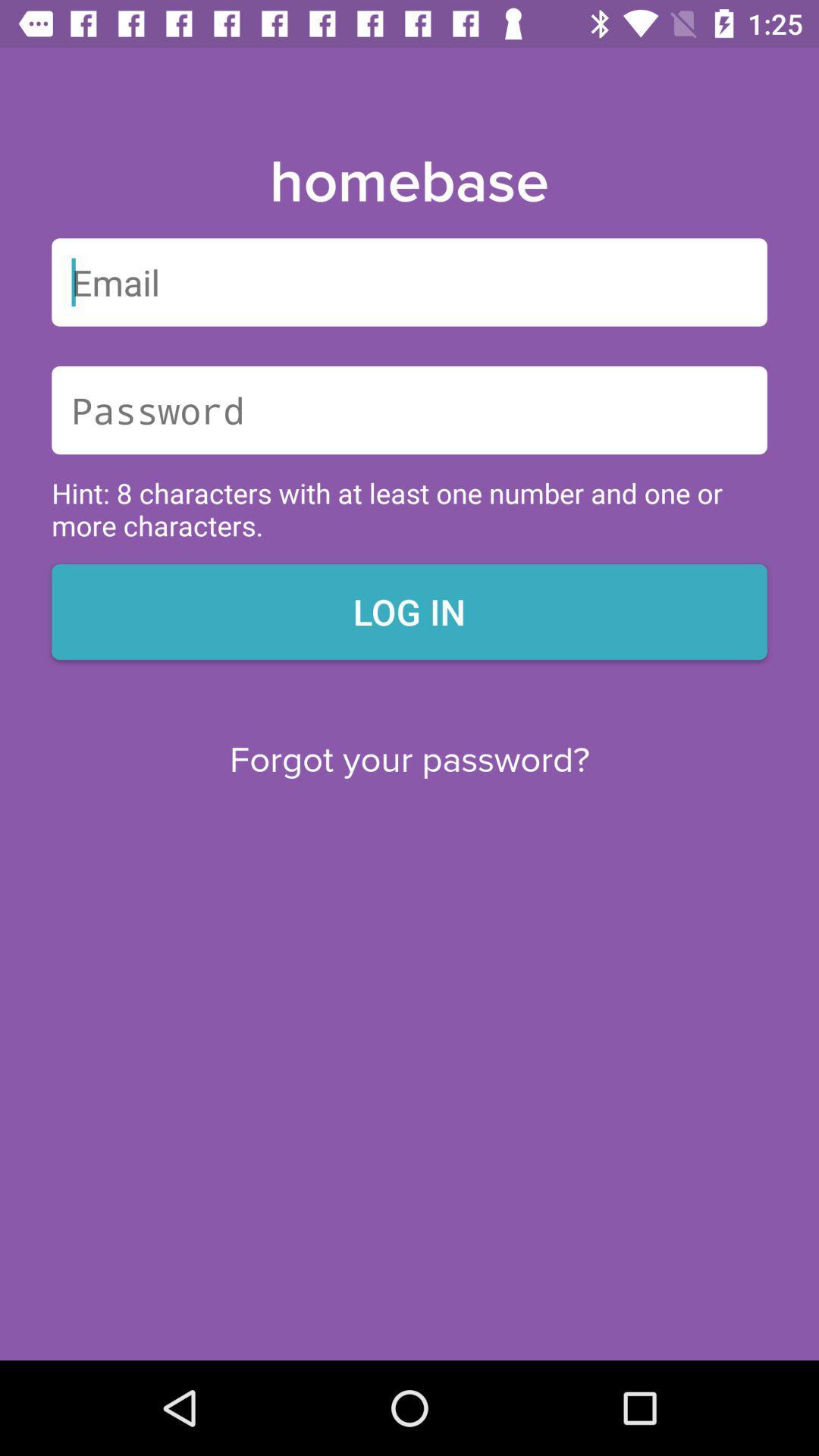 Image resolution: width=819 pixels, height=1456 pixels. Describe the element at coordinates (409, 282) in the screenshot. I see `the item below the homebase icon` at that location.